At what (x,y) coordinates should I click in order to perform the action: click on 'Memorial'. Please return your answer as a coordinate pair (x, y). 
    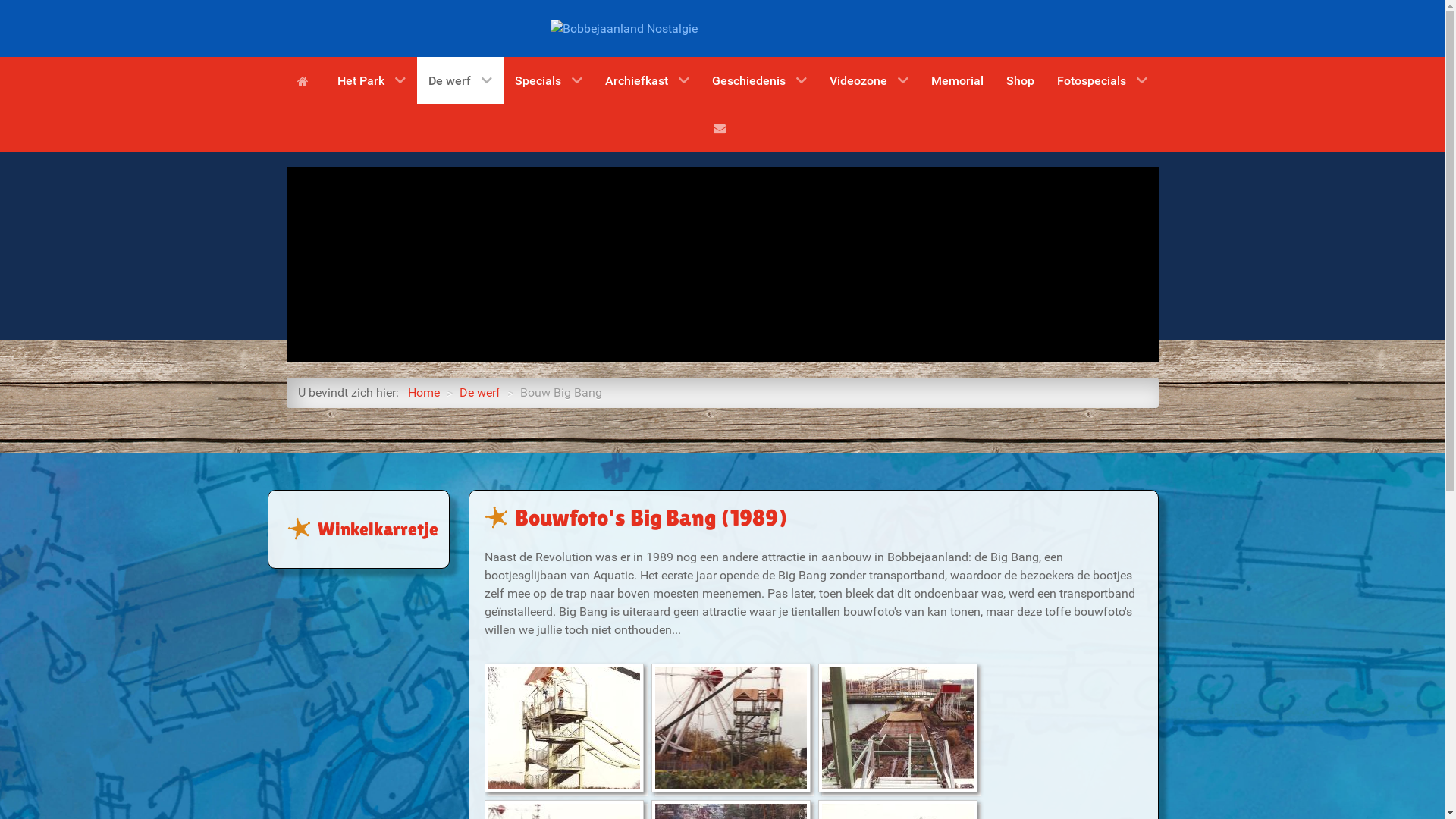
    Looking at the image, I should click on (956, 80).